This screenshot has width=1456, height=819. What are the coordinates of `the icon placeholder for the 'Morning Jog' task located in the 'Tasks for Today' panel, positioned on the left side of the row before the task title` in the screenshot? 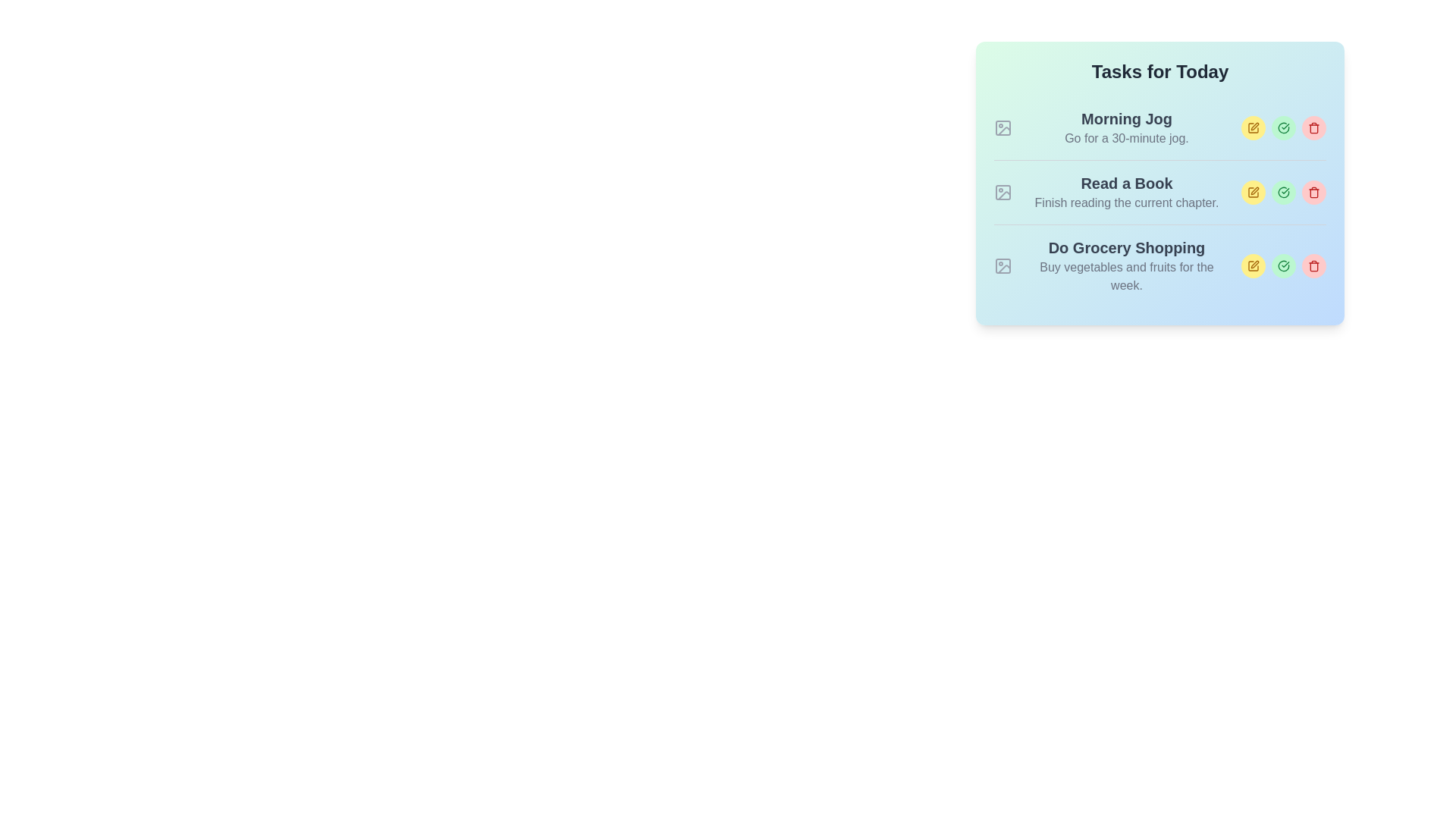 It's located at (1003, 127).